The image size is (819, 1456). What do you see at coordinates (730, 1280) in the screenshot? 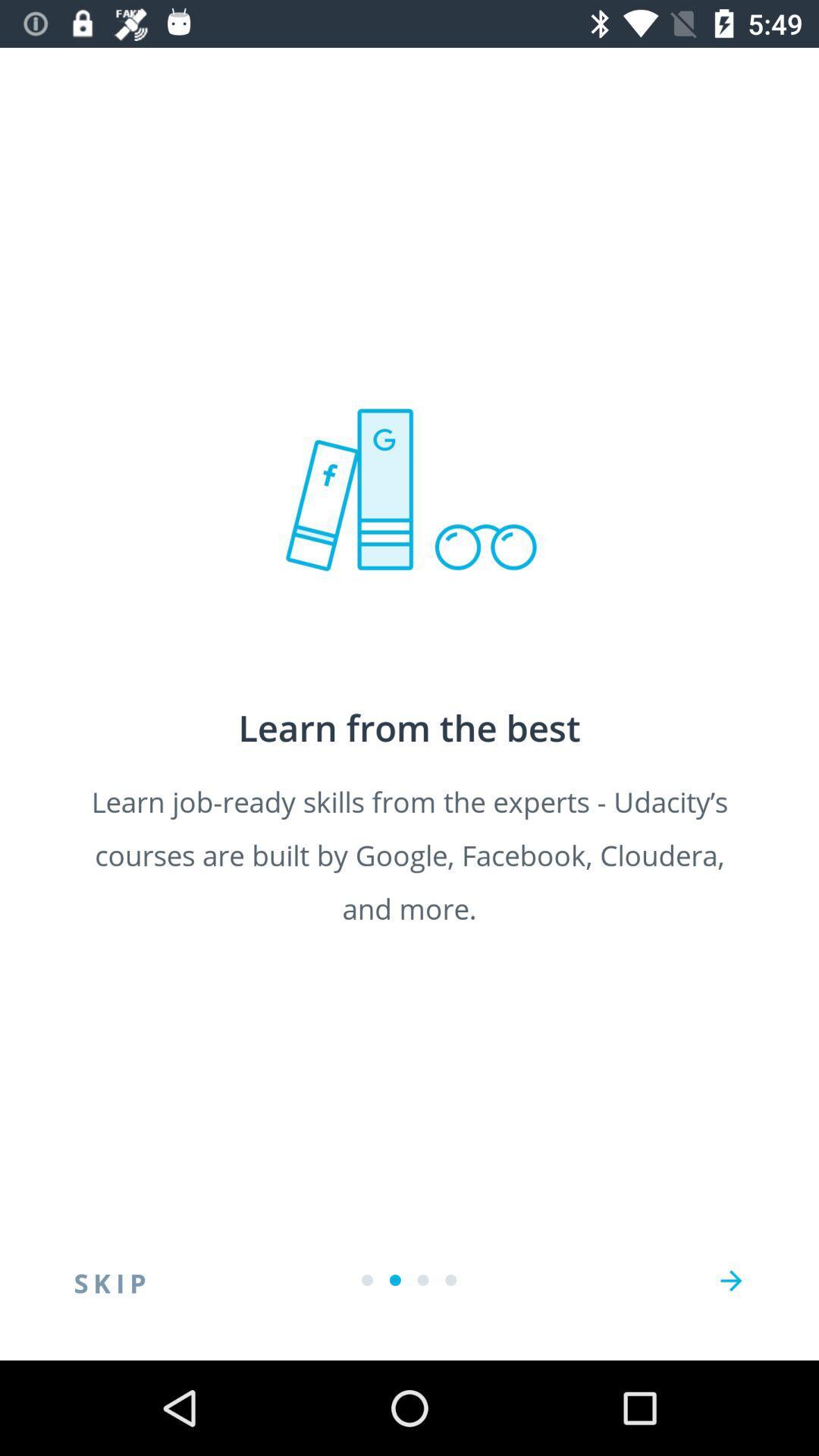
I see `go next page` at bounding box center [730, 1280].